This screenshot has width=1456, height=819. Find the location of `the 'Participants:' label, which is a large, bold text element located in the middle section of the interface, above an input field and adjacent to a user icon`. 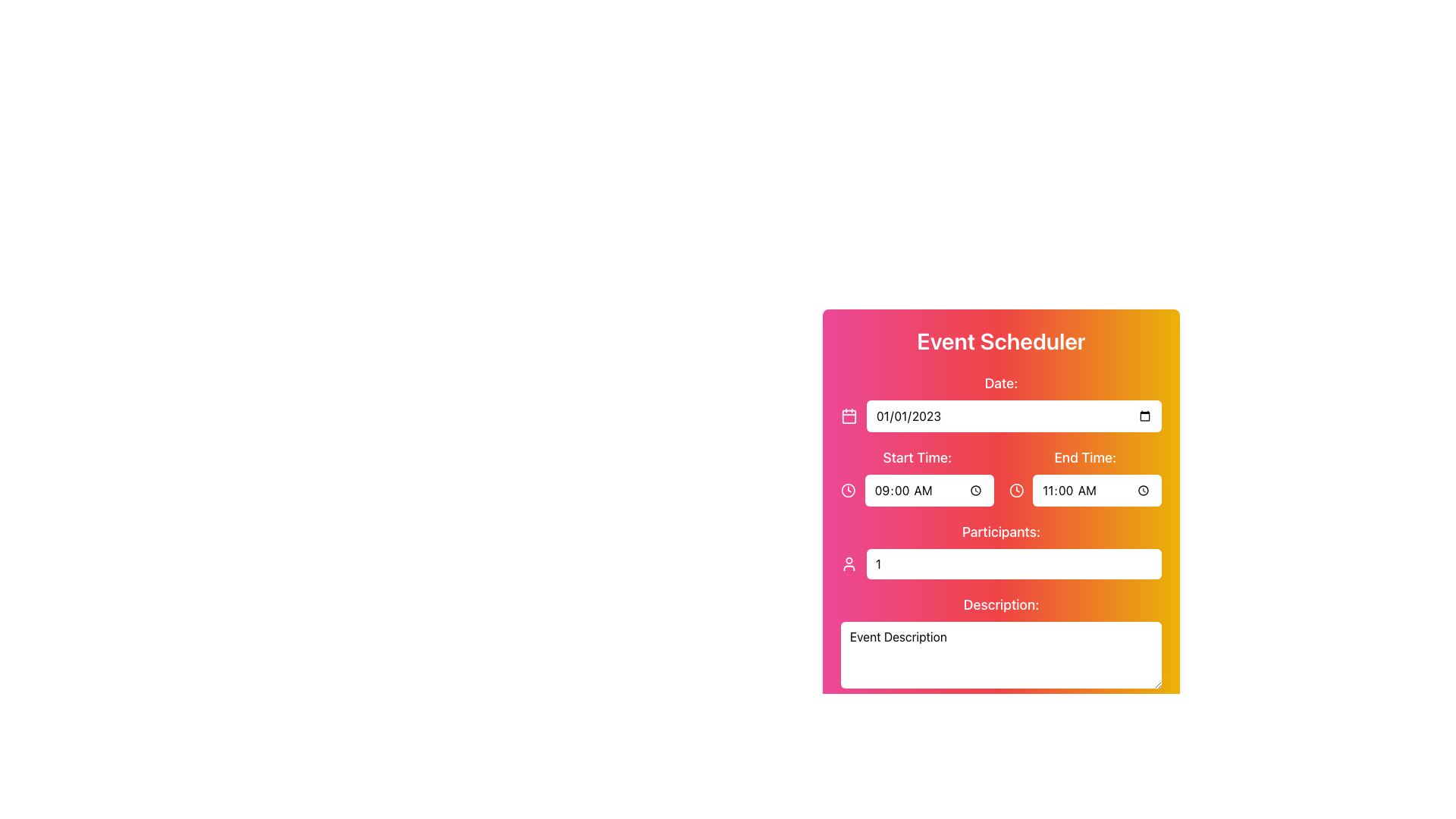

the 'Participants:' label, which is a large, bold text element located in the middle section of the interface, above an input field and adjacent to a user icon is located at coordinates (1001, 532).